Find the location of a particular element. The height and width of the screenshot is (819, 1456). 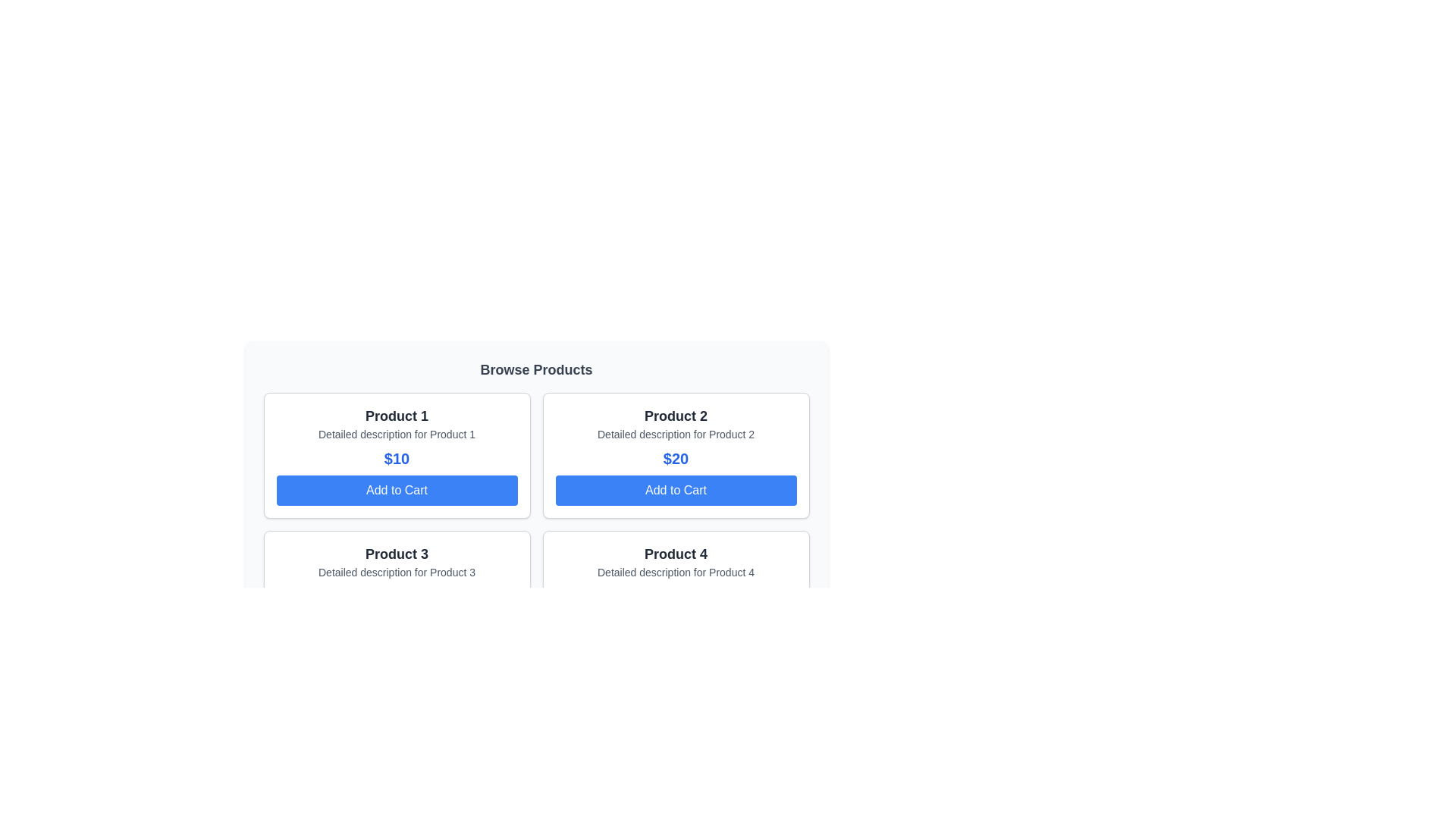

the text '$20' displayed in blue, bold, and extra-large font, part of the 'Product 2' card is located at coordinates (675, 458).